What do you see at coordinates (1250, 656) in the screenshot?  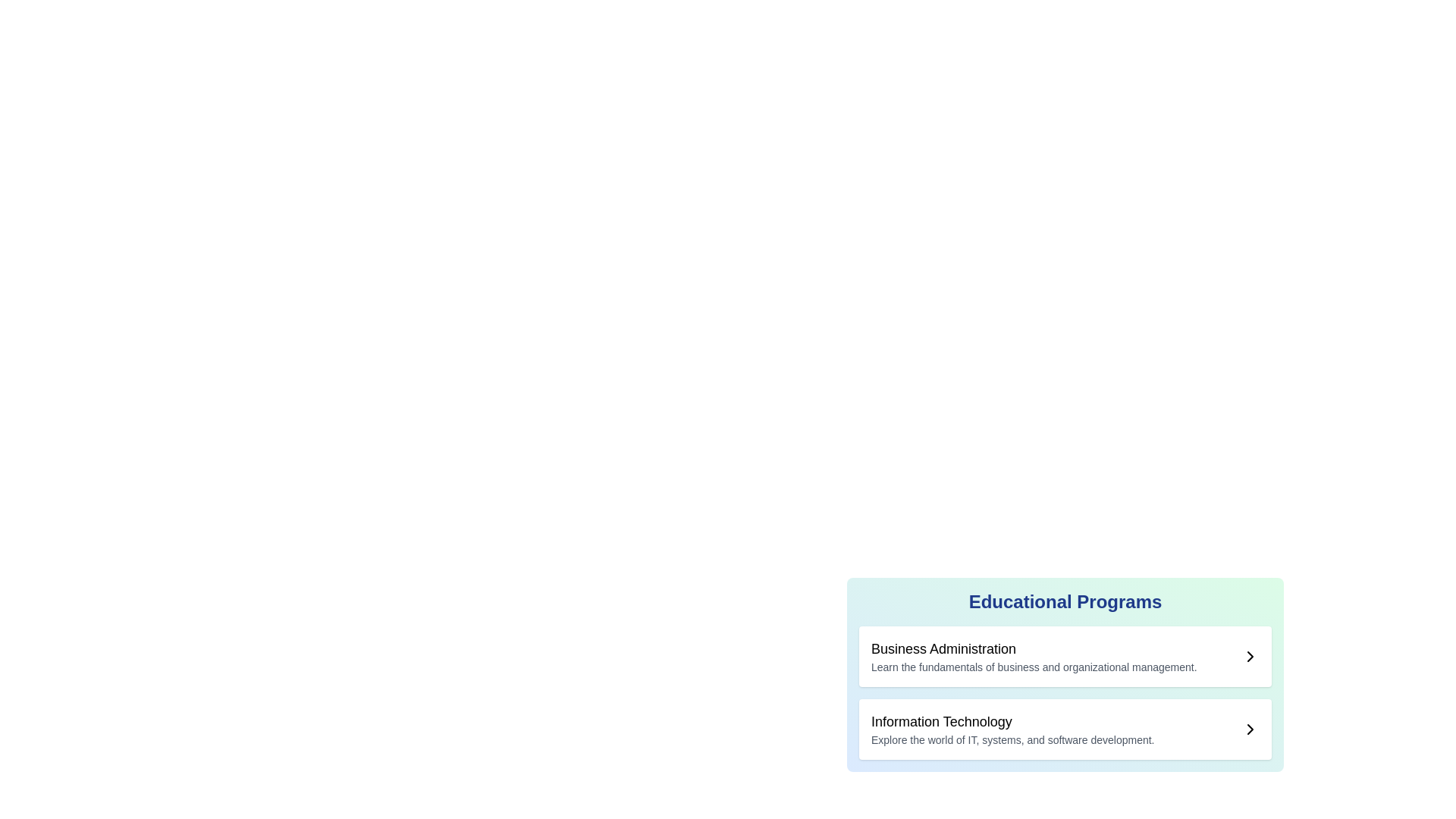 I see `the Navigation Icon located on the right side of the 'Business Administration' entry` at bounding box center [1250, 656].